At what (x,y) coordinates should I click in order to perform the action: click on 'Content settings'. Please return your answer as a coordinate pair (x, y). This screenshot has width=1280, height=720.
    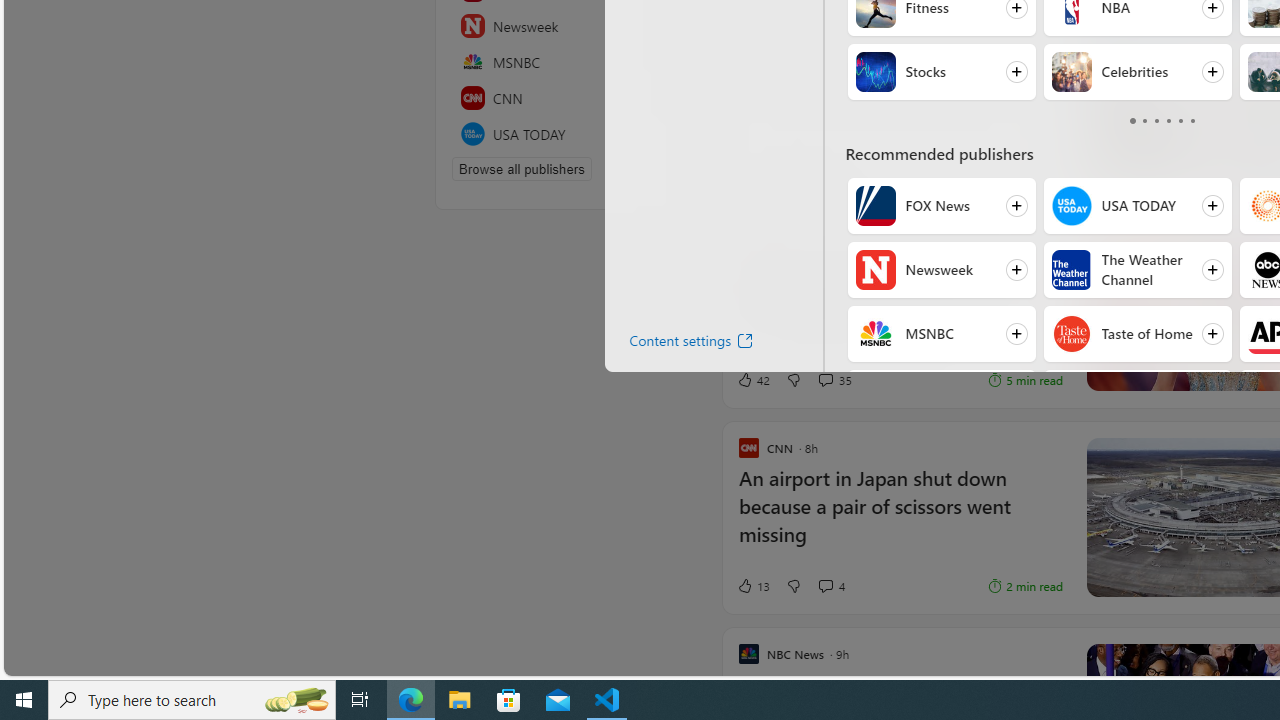
    Looking at the image, I should click on (675, 343).